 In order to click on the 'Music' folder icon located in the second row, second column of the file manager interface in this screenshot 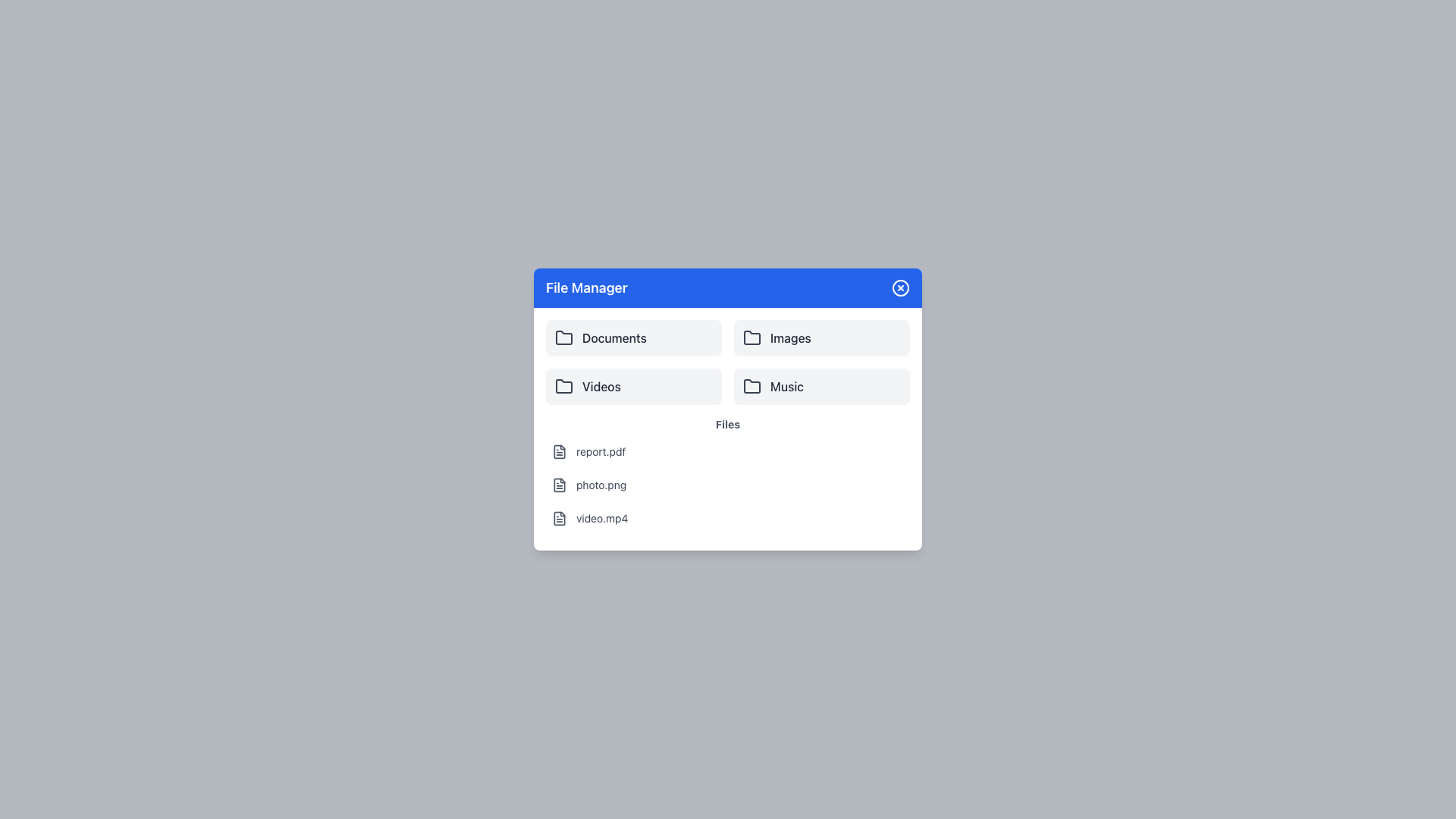, I will do `click(752, 385)`.